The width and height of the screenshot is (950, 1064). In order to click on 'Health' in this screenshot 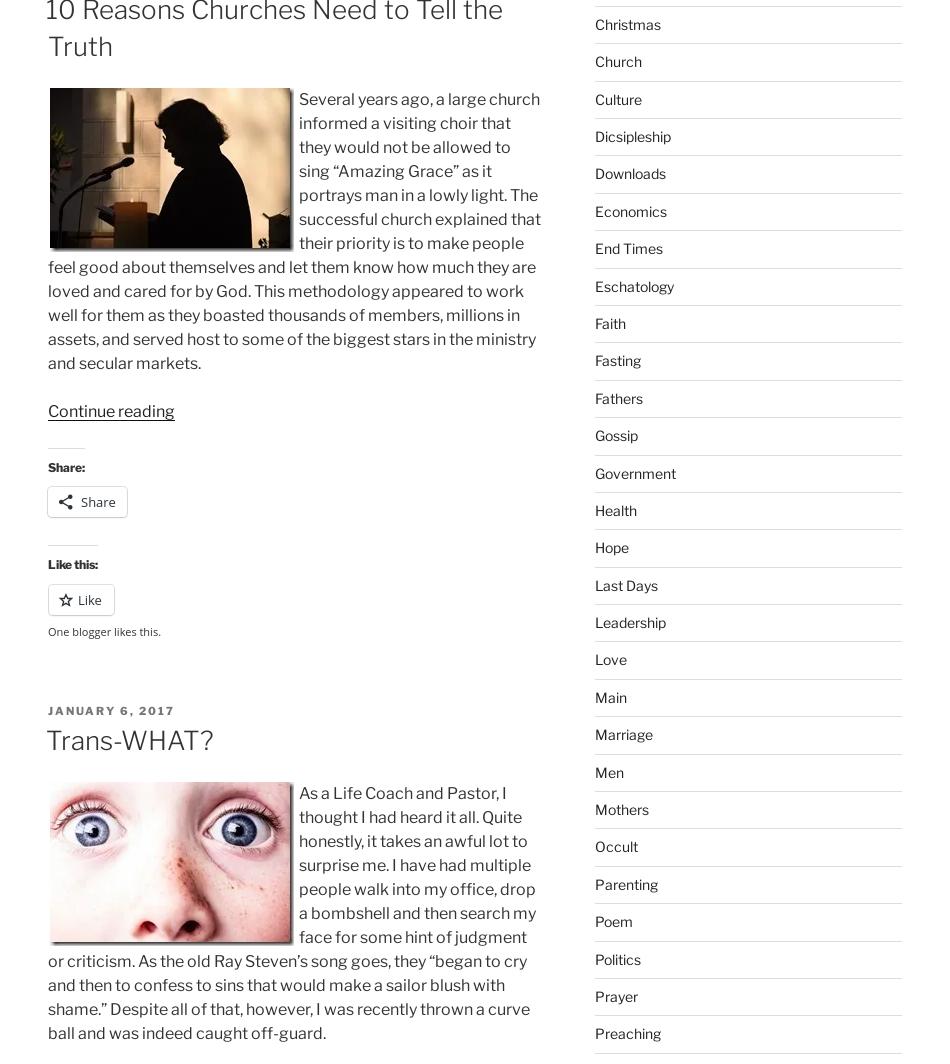, I will do `click(615, 509)`.